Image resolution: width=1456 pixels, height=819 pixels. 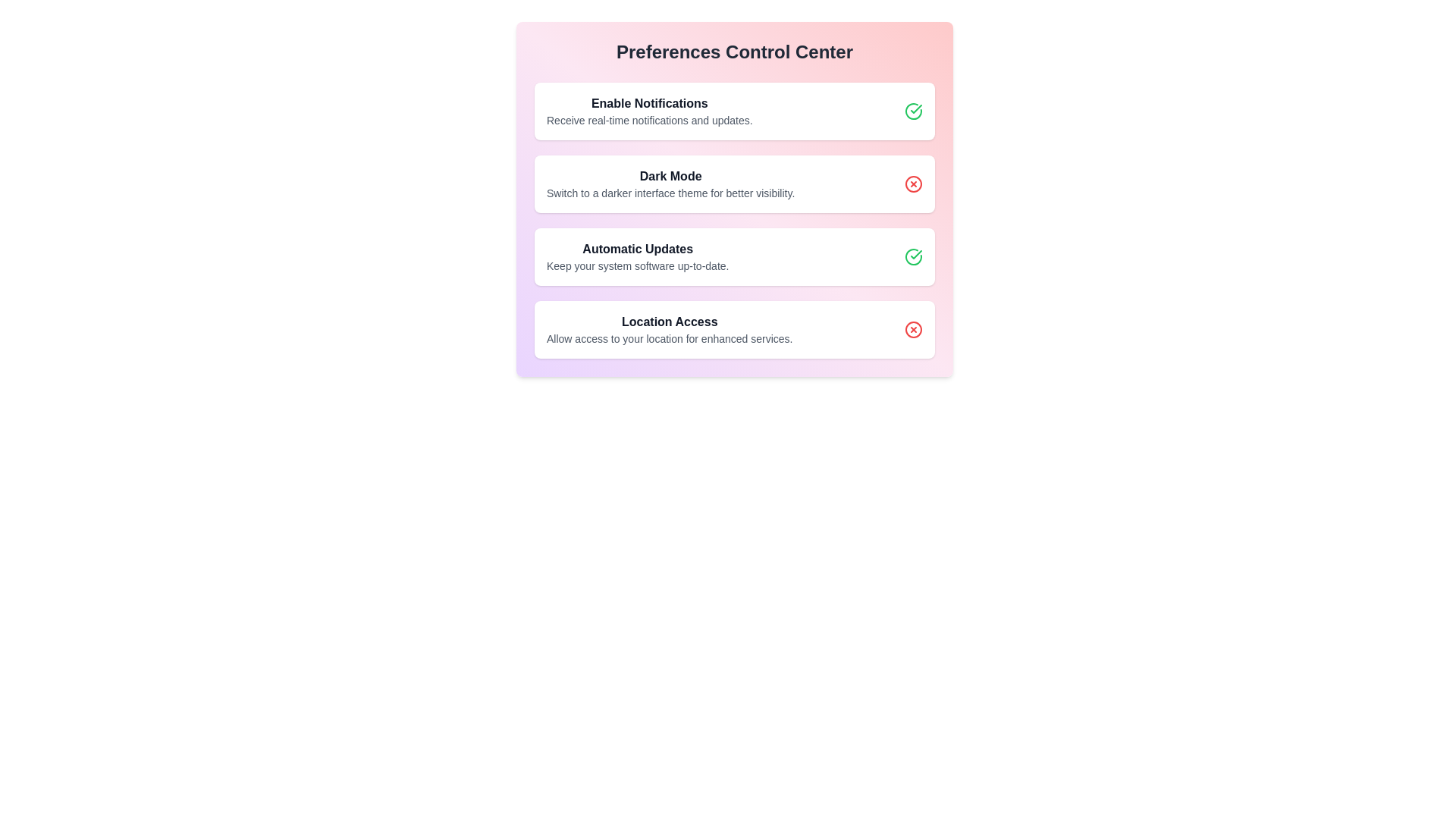 What do you see at coordinates (912, 110) in the screenshot?
I see `the vector graphic icon indicating the enabled state of 'Automatic Updates' located at the right end of the third row in the interface` at bounding box center [912, 110].